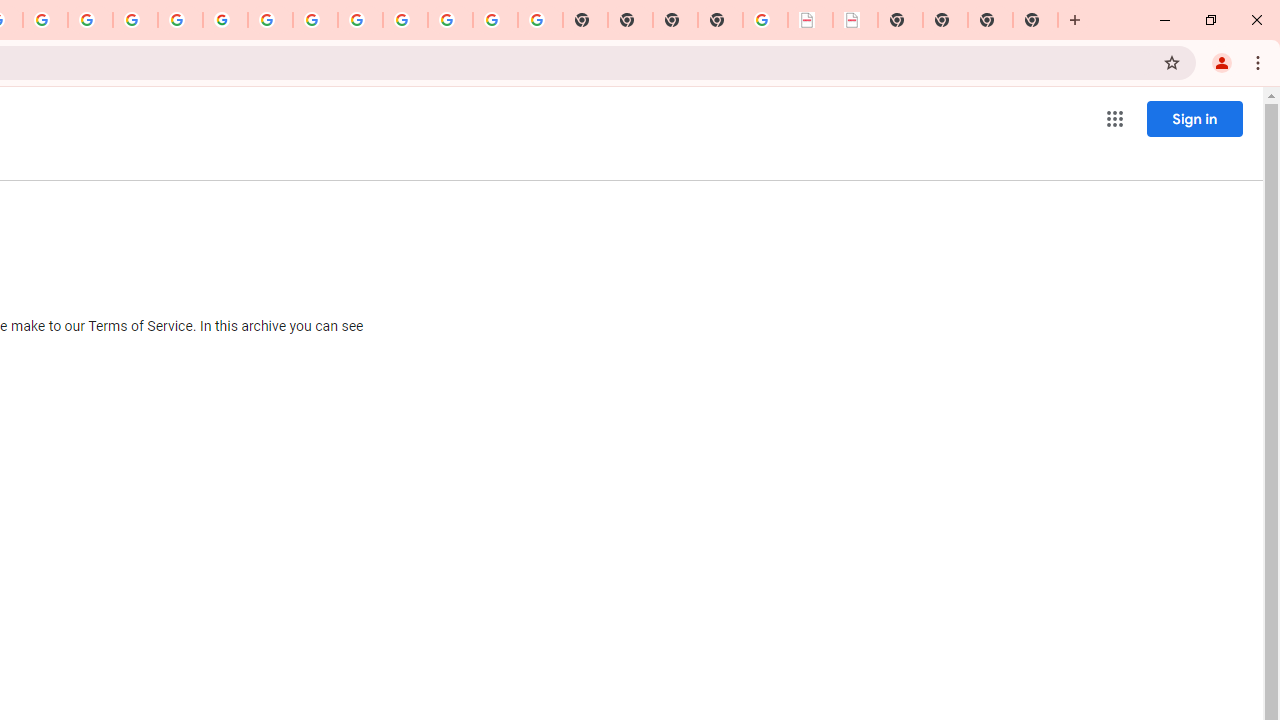 The width and height of the screenshot is (1280, 720). What do you see at coordinates (540, 20) in the screenshot?
I see `'Google Images'` at bounding box center [540, 20].